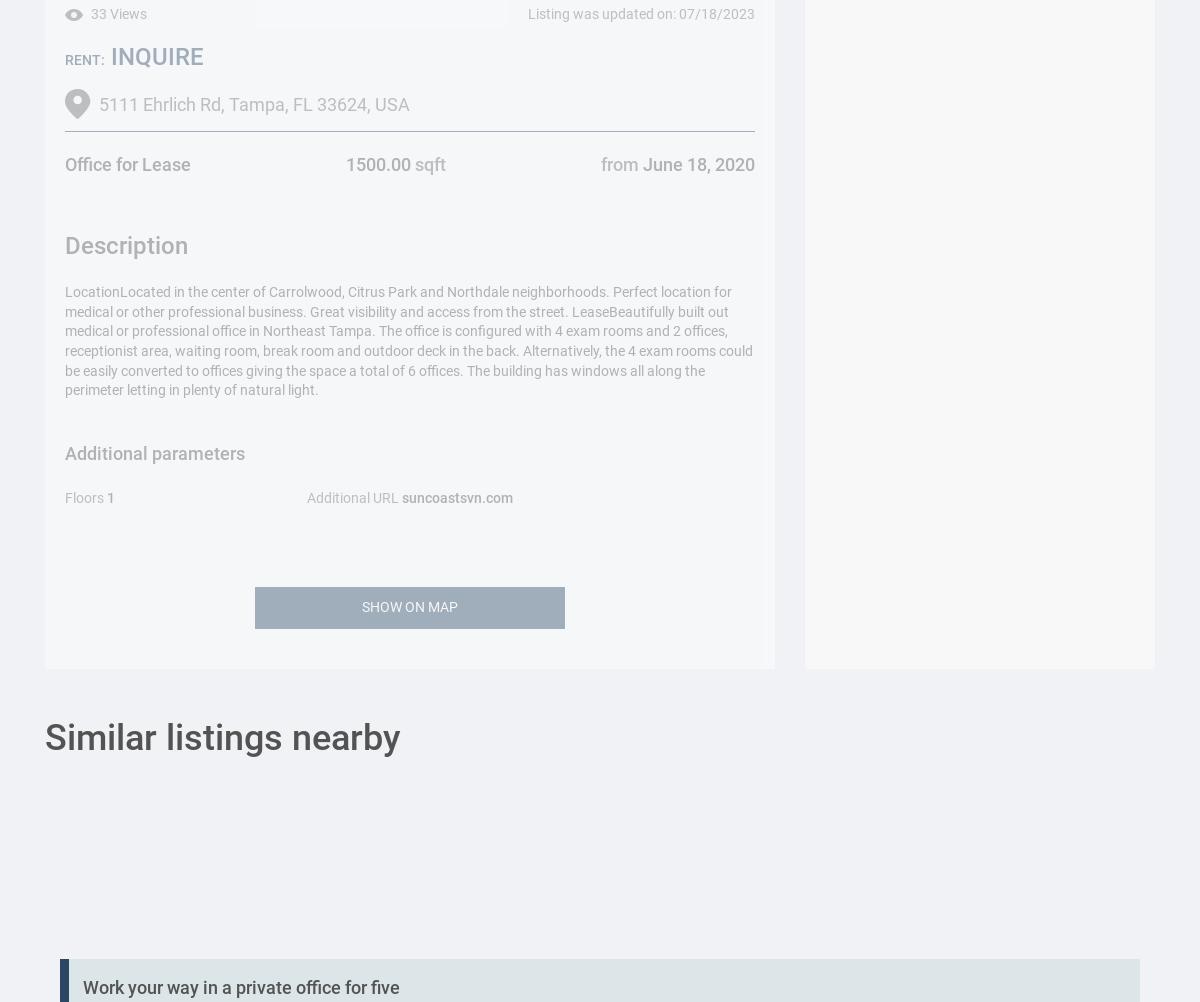 This screenshot has height=1002, width=1200. Describe the element at coordinates (119, 14) in the screenshot. I see `'33 Views'` at that location.